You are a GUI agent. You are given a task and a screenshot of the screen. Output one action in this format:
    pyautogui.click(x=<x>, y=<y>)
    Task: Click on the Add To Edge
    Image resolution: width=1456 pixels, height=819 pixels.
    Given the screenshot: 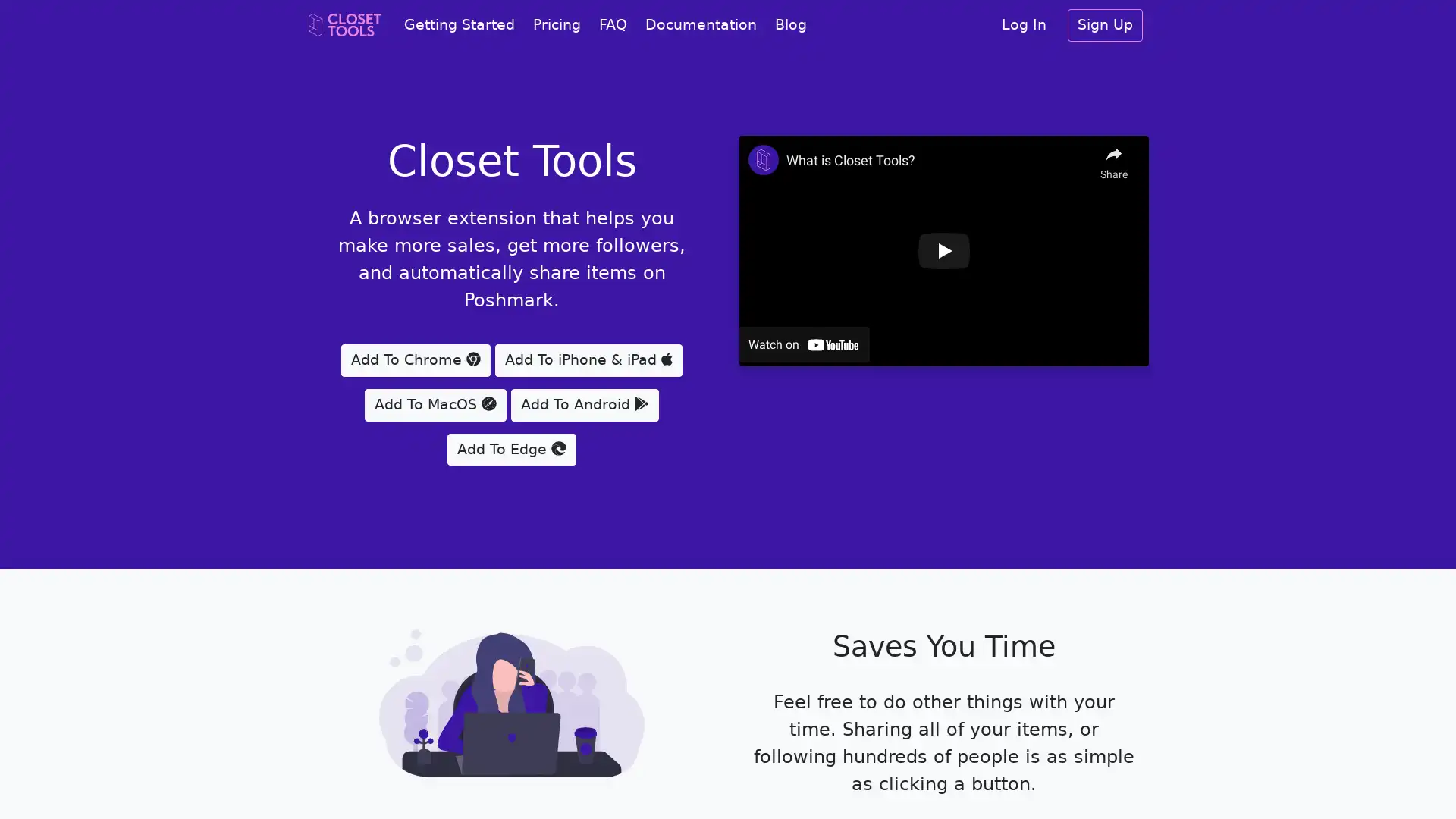 What is the action you would take?
    pyautogui.click(x=511, y=448)
    